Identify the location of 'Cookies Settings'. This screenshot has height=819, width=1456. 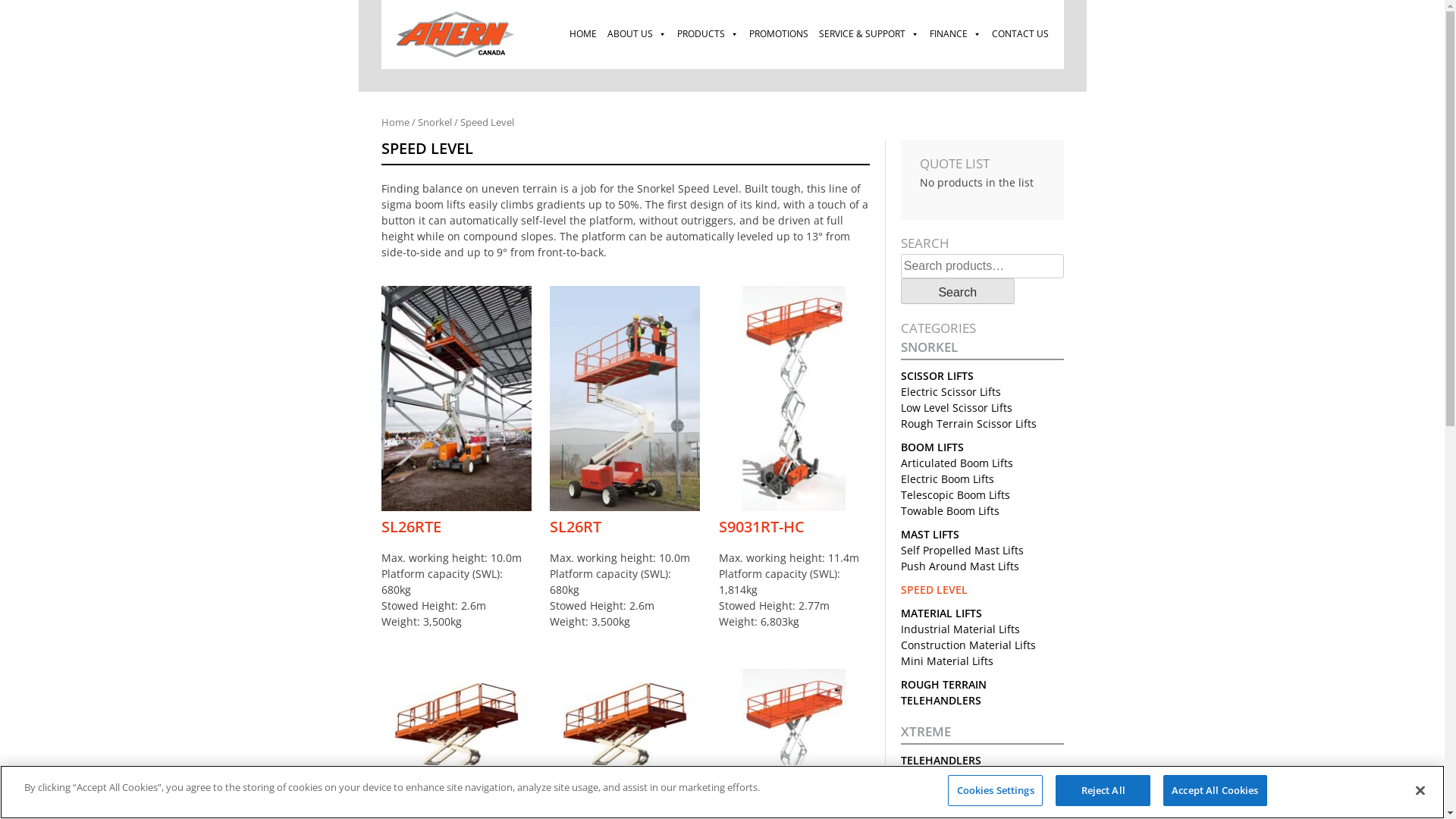
(995, 789).